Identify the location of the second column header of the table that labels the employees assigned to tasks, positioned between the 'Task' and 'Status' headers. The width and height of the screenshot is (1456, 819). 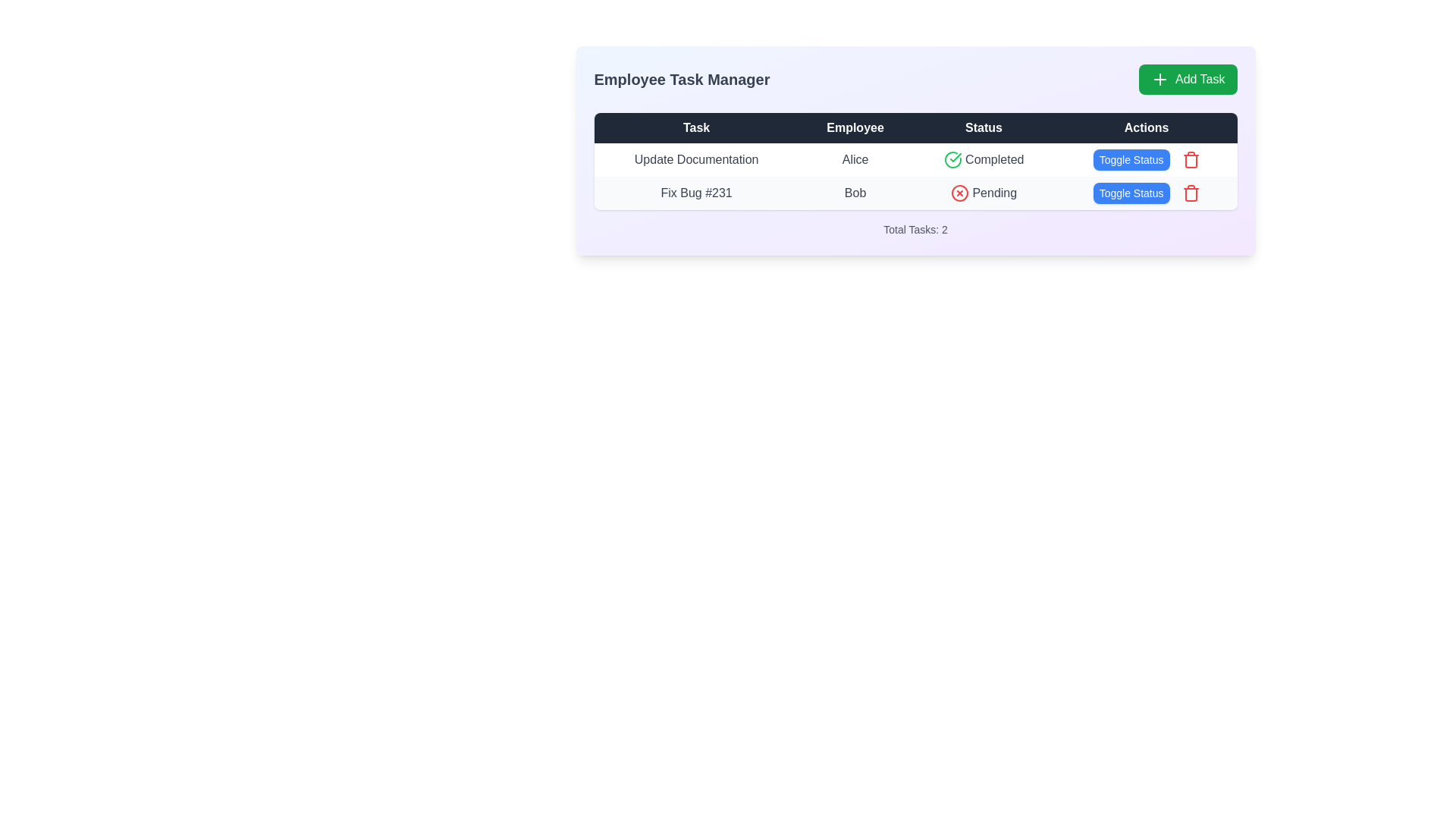
(855, 127).